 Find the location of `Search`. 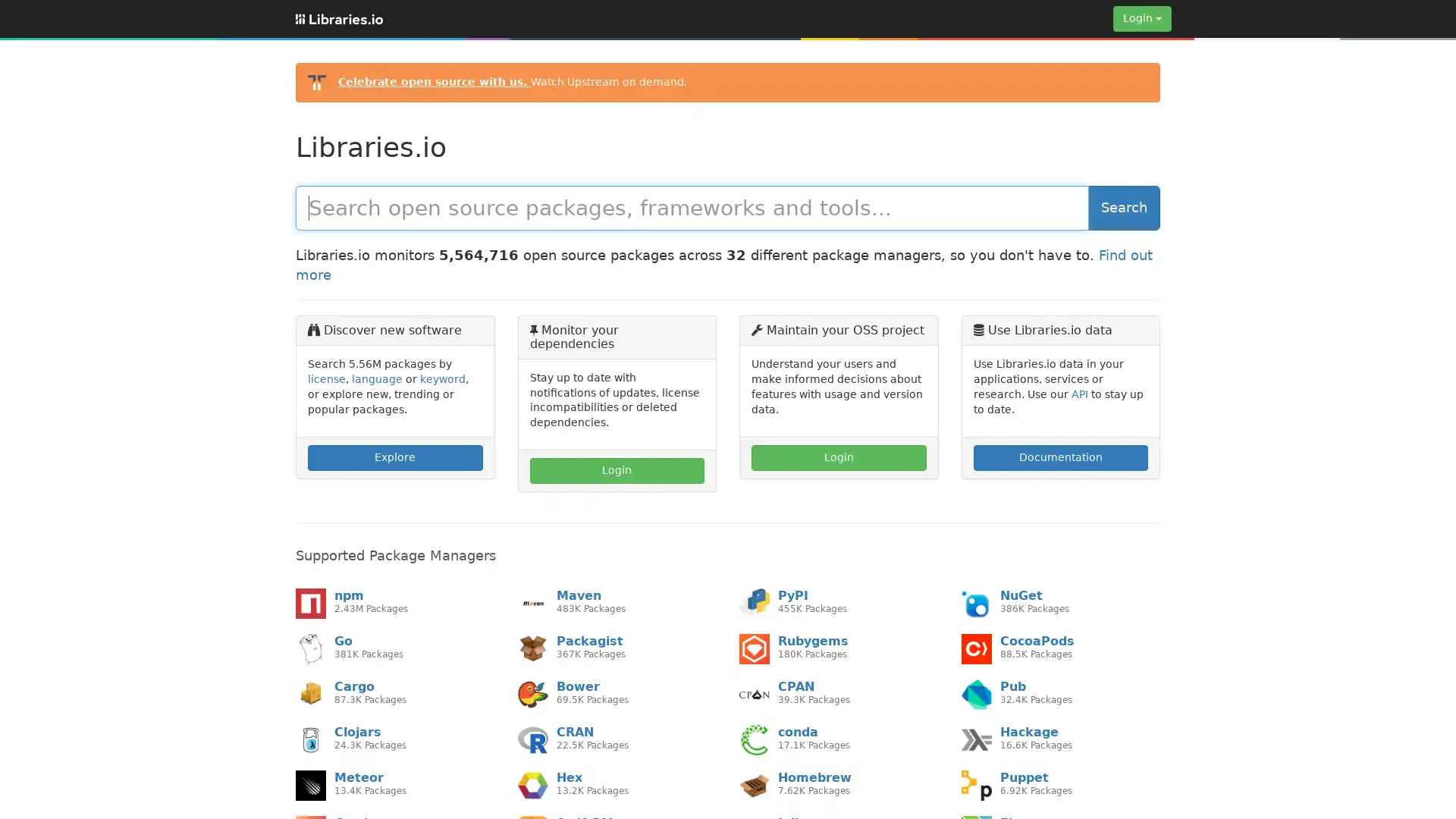

Search is located at coordinates (1124, 207).